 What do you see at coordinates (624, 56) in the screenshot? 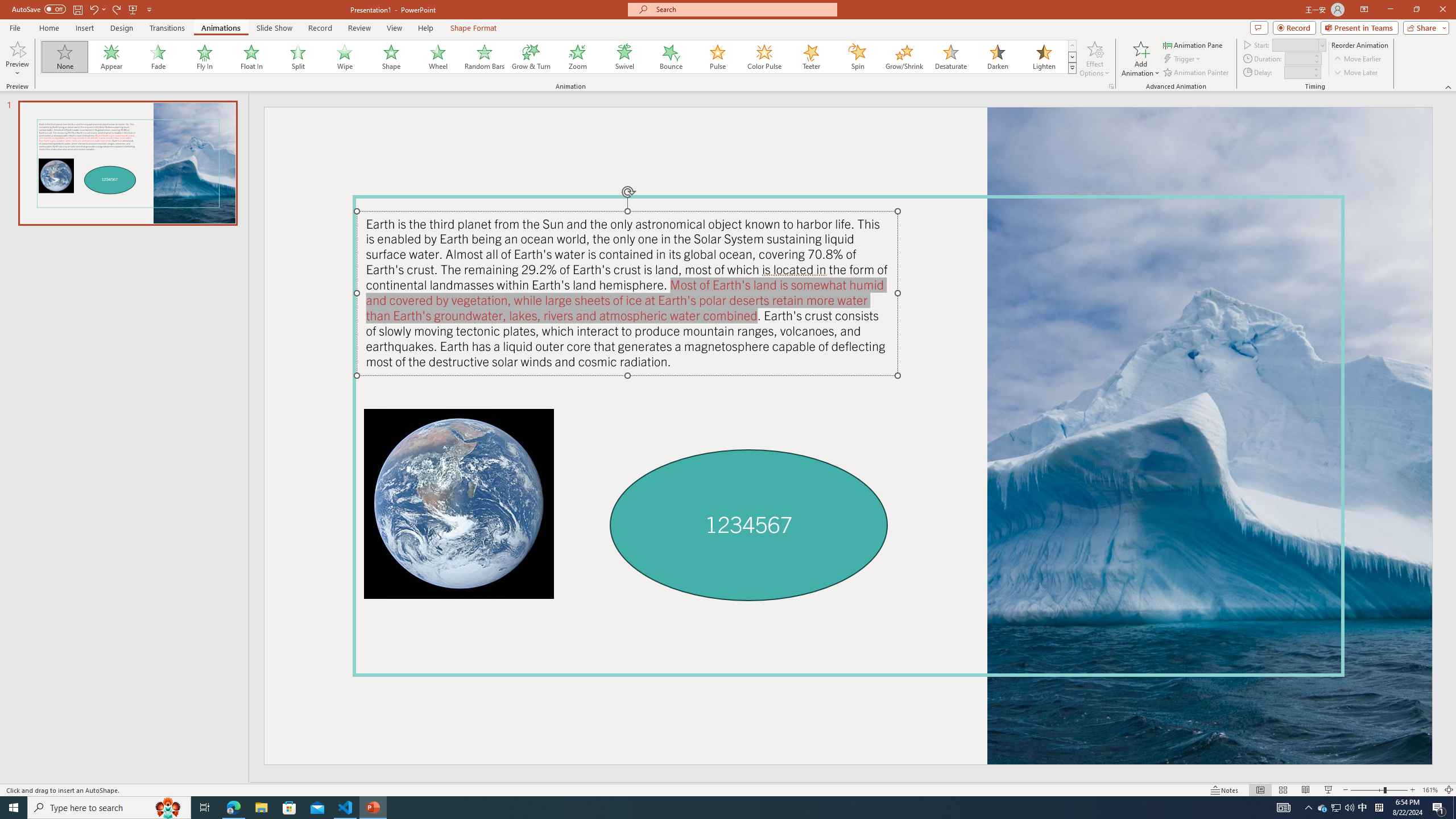
I see `'Swivel'` at bounding box center [624, 56].